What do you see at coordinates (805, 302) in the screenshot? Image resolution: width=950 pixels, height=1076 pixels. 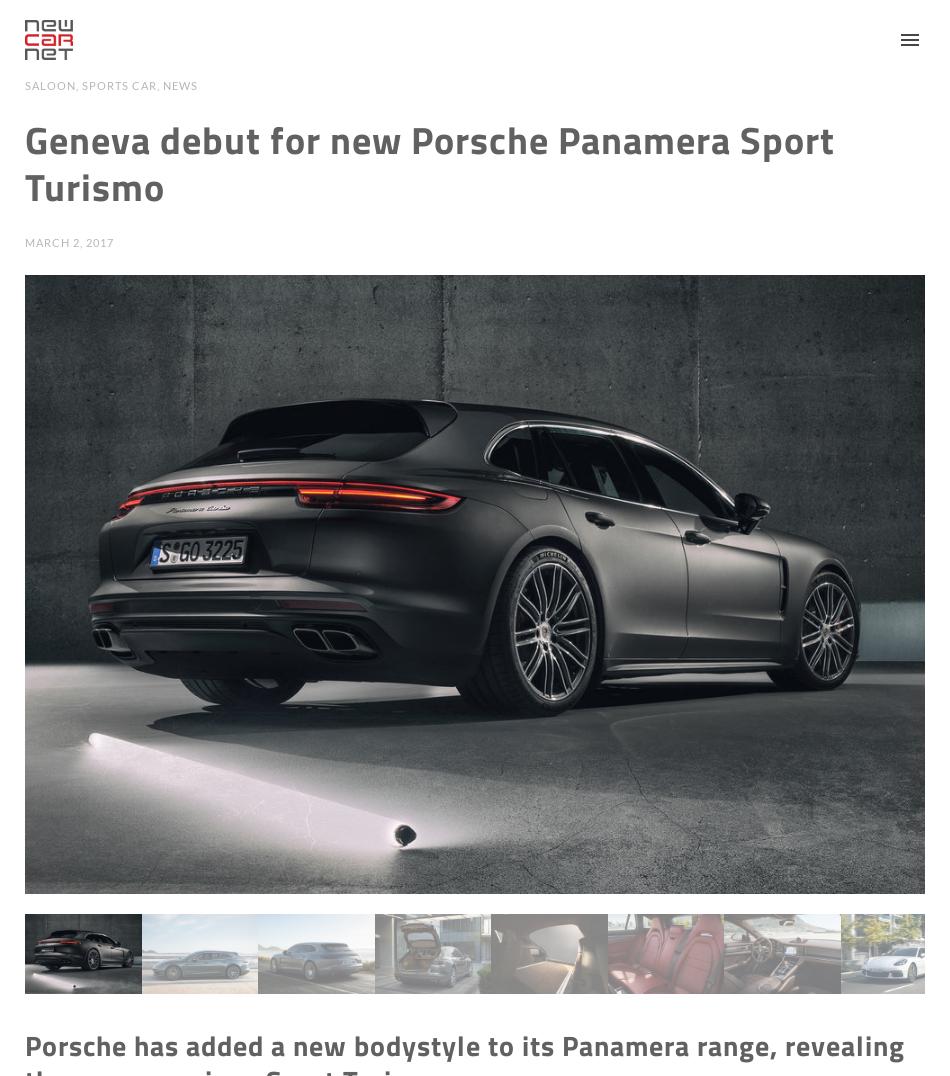 I see `'Video News'` at bounding box center [805, 302].